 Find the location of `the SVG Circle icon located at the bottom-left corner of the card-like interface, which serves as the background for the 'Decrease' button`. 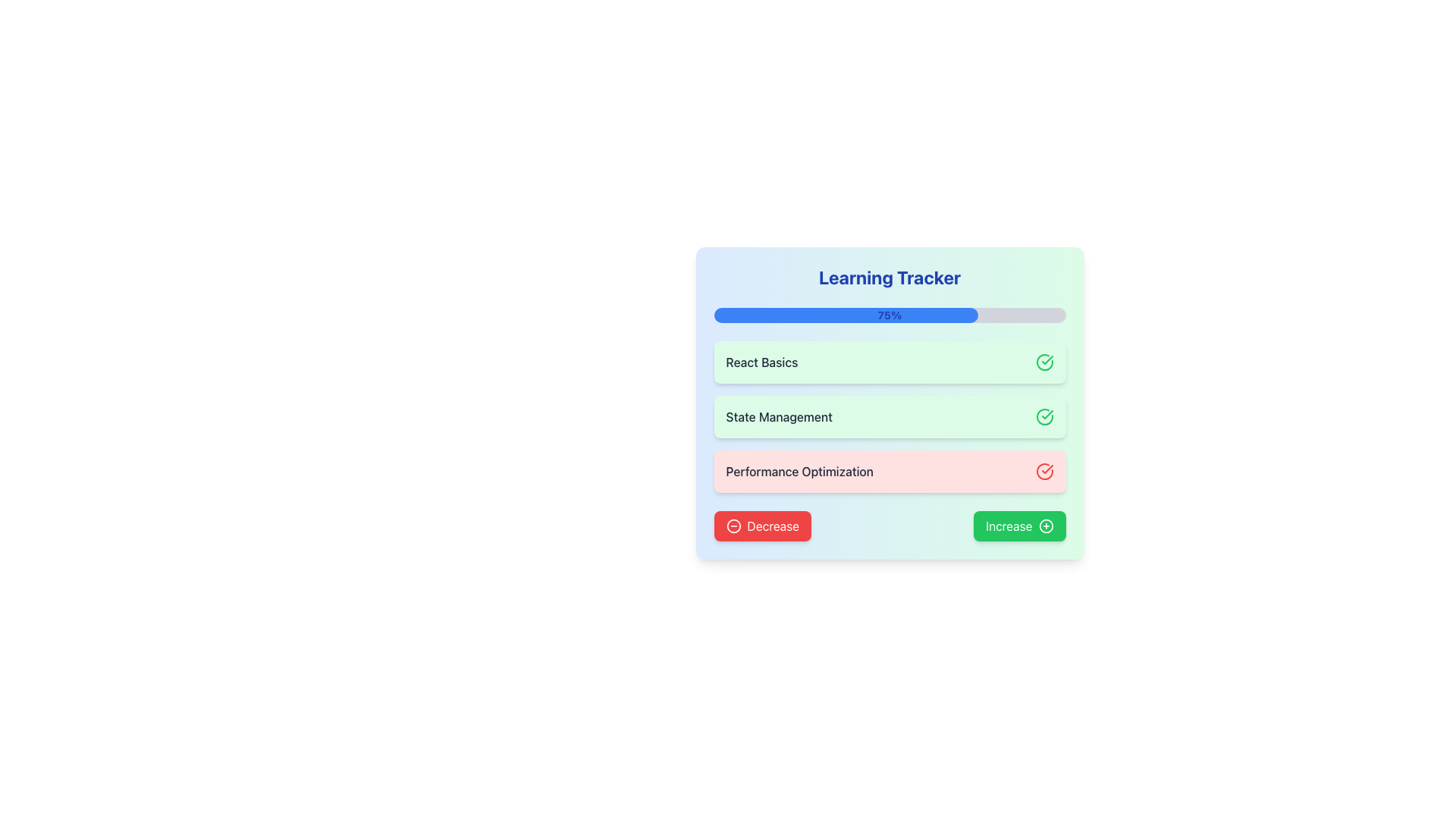

the SVG Circle icon located at the bottom-left corner of the card-like interface, which serves as the background for the 'Decrease' button is located at coordinates (733, 526).